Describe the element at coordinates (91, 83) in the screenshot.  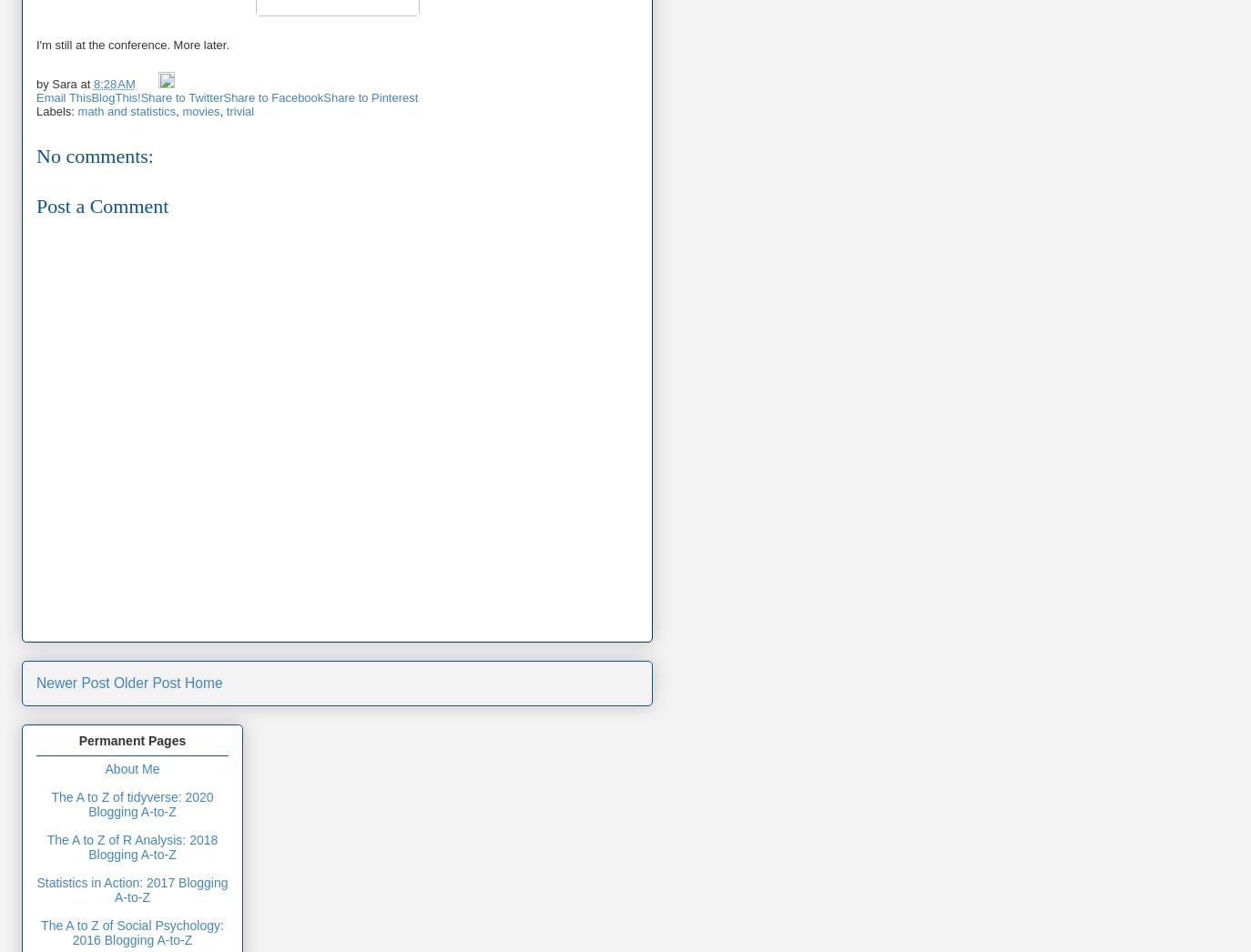
I see `'8:28 AM'` at that location.